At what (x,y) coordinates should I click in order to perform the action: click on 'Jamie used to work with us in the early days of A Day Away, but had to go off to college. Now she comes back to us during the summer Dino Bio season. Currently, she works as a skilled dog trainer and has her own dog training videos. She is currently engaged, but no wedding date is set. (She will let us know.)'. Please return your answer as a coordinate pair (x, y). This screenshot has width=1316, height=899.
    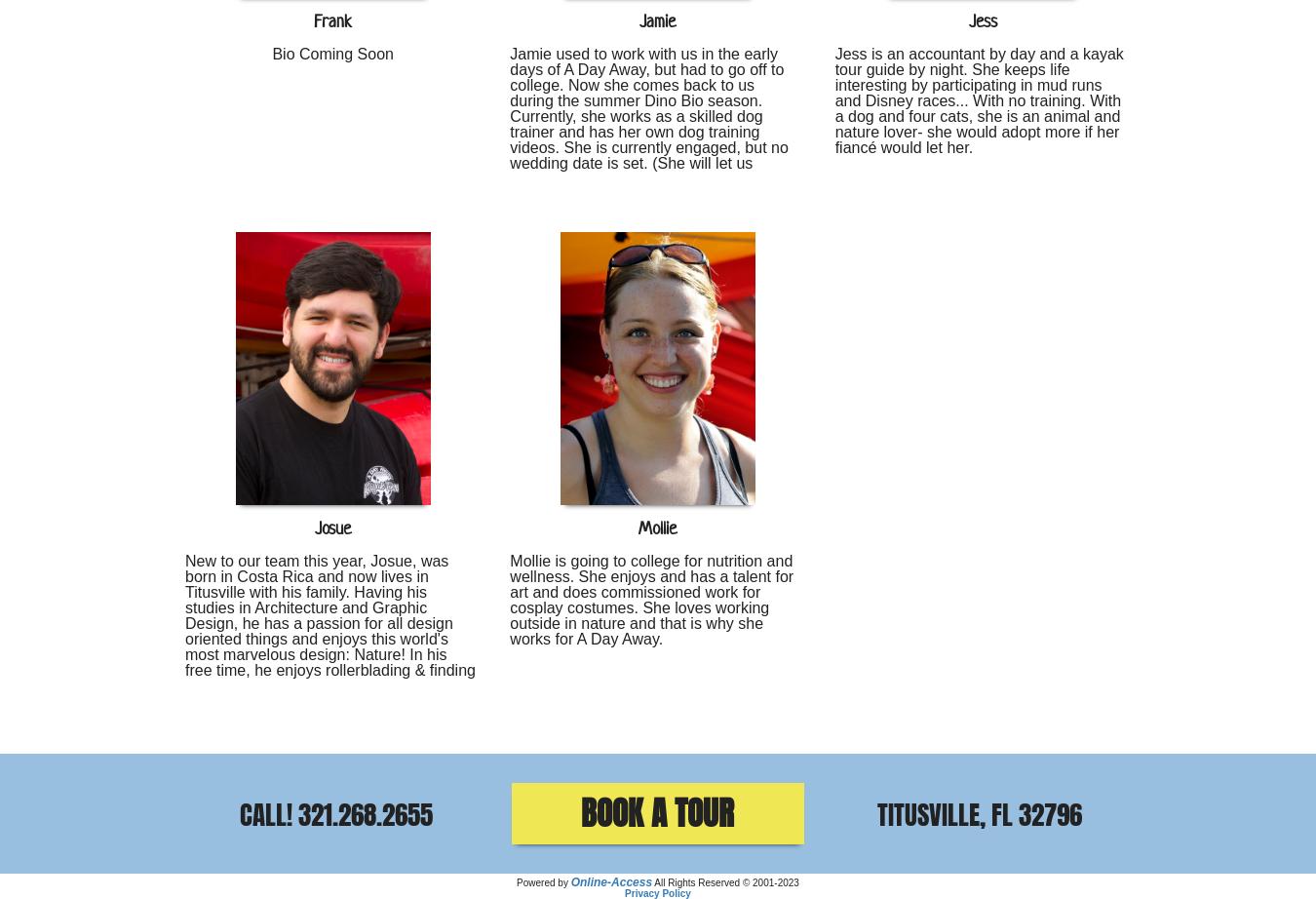
    Looking at the image, I should click on (648, 115).